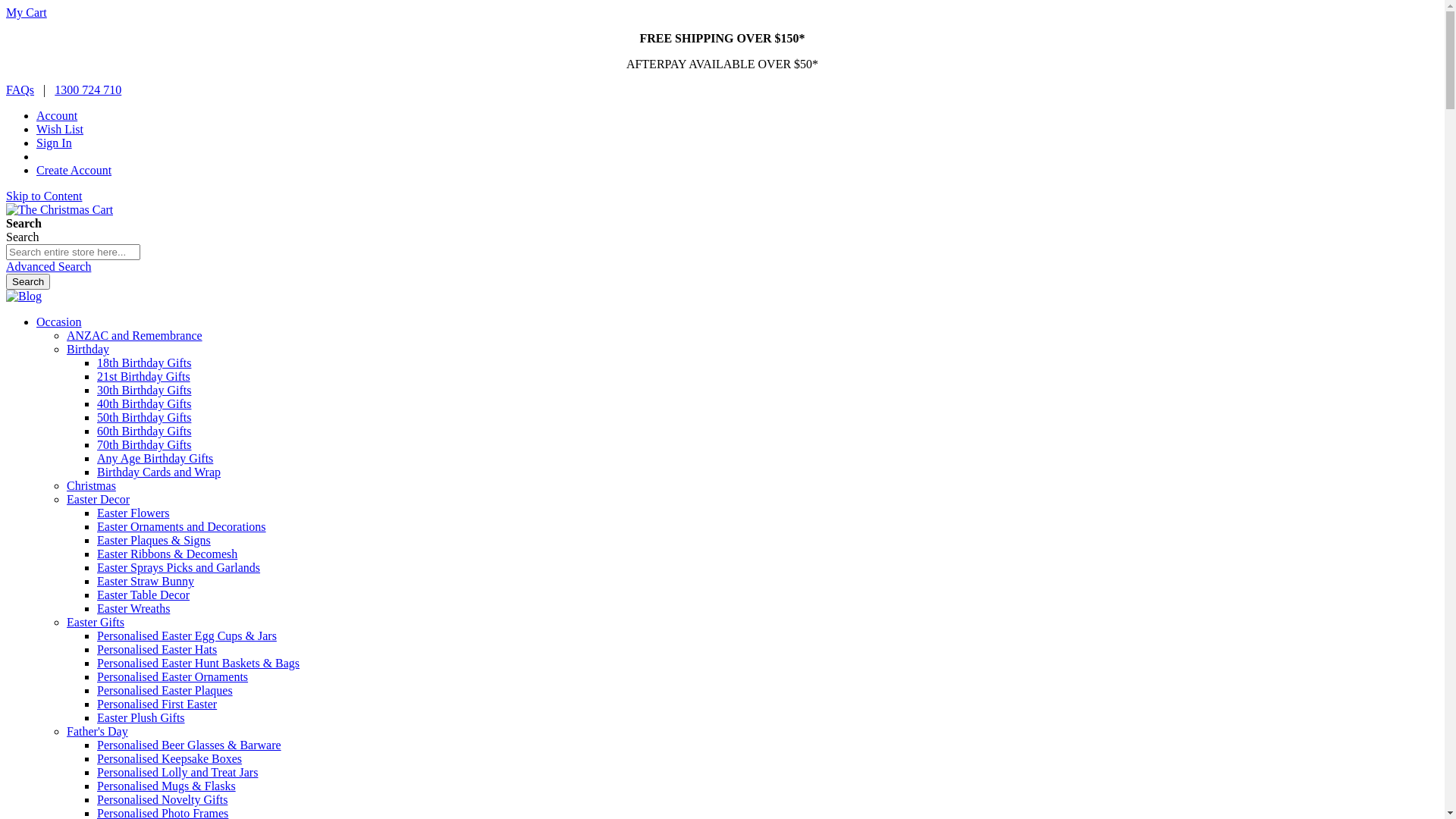 This screenshot has width=1456, height=819. Describe the element at coordinates (144, 403) in the screenshot. I see `'40th Birthday Gifts'` at that location.